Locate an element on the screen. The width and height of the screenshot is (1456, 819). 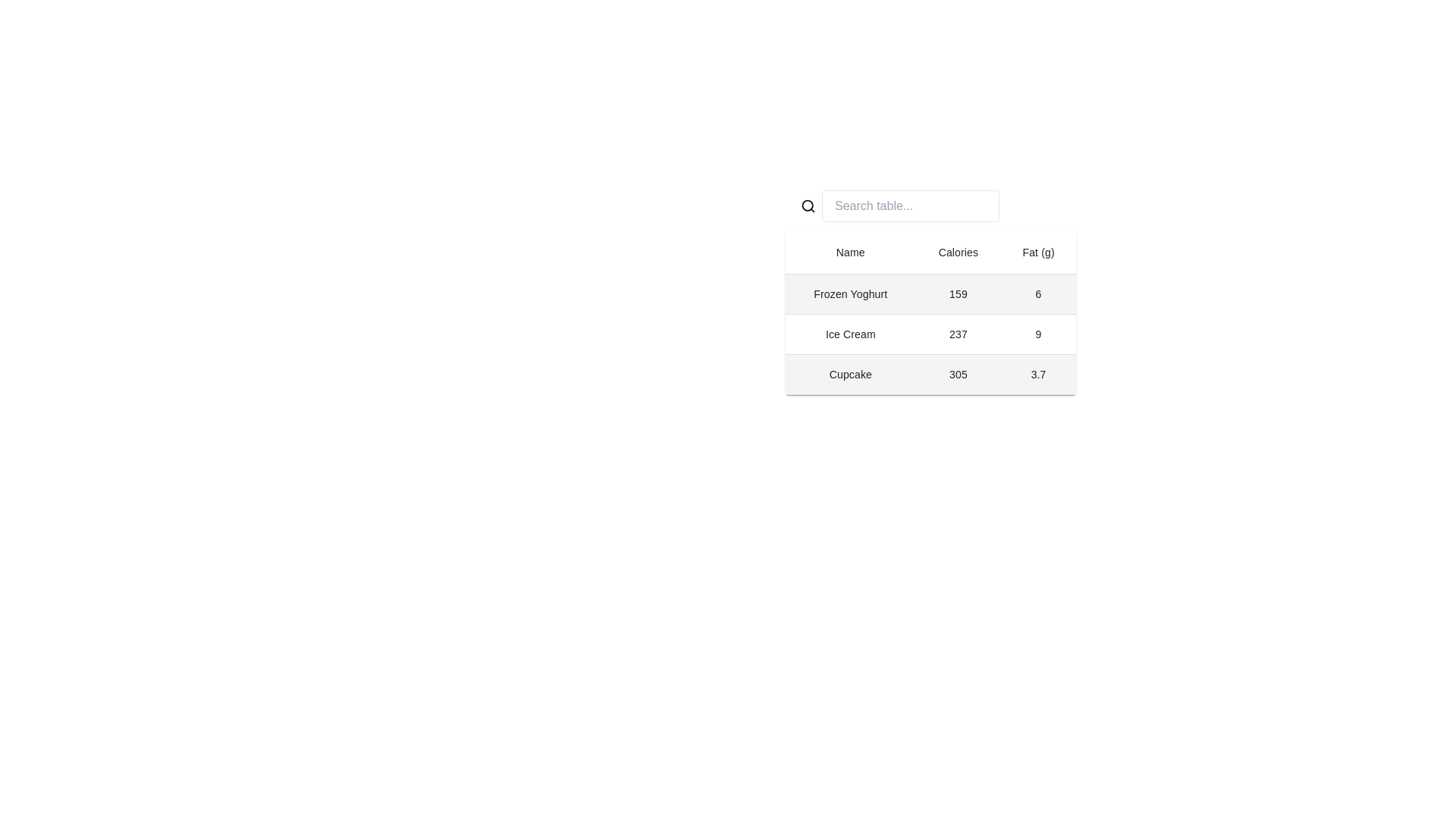
the table cell in the first column of the third row that represents the food item 'Cupcake' is located at coordinates (850, 374).